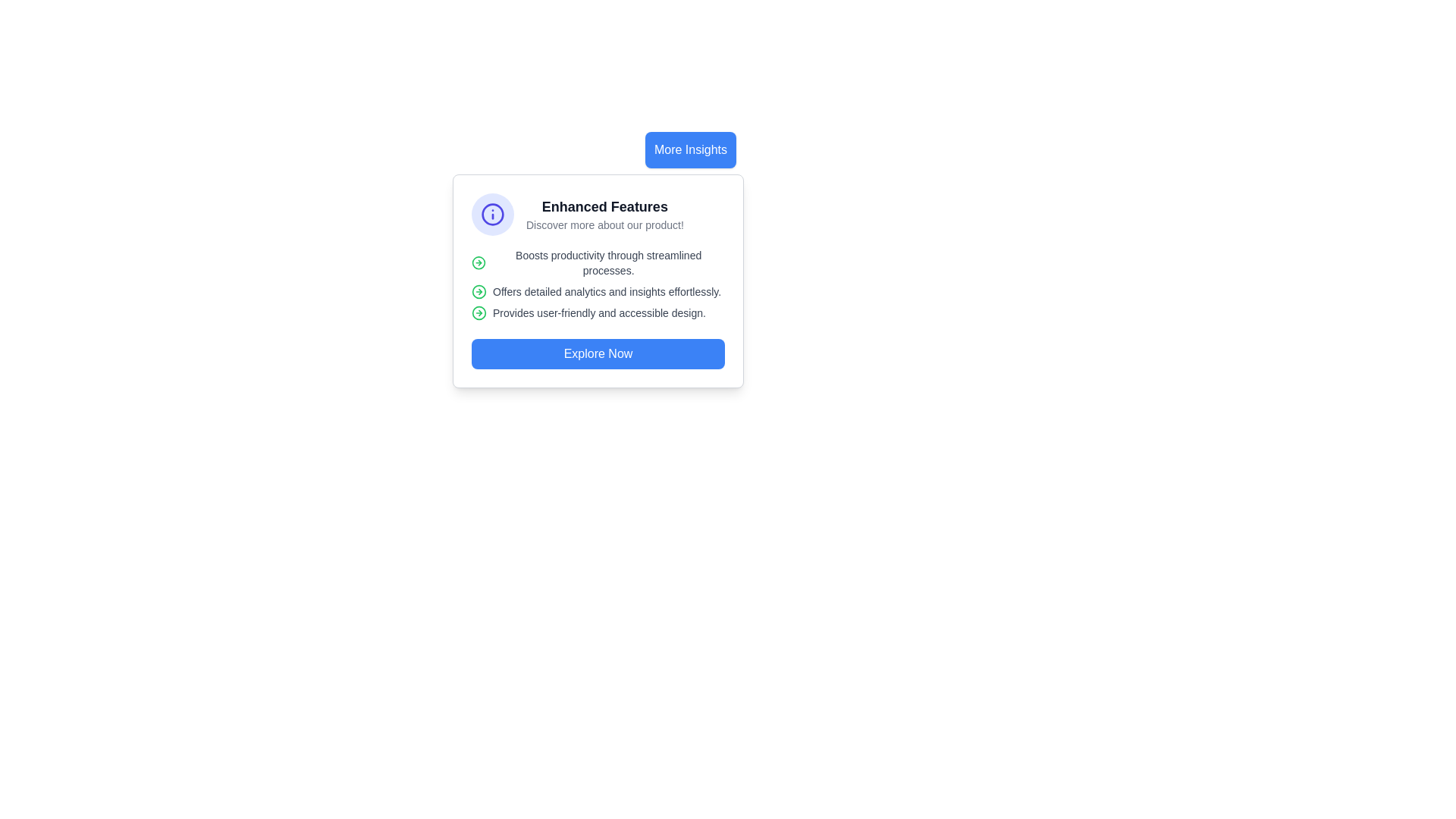 The width and height of the screenshot is (1456, 819). I want to click on the static text displaying 'Discover more about our product!' that is styled in gray and positioned below the title 'Enhanced Features' within a white rectangular card, so click(604, 225).